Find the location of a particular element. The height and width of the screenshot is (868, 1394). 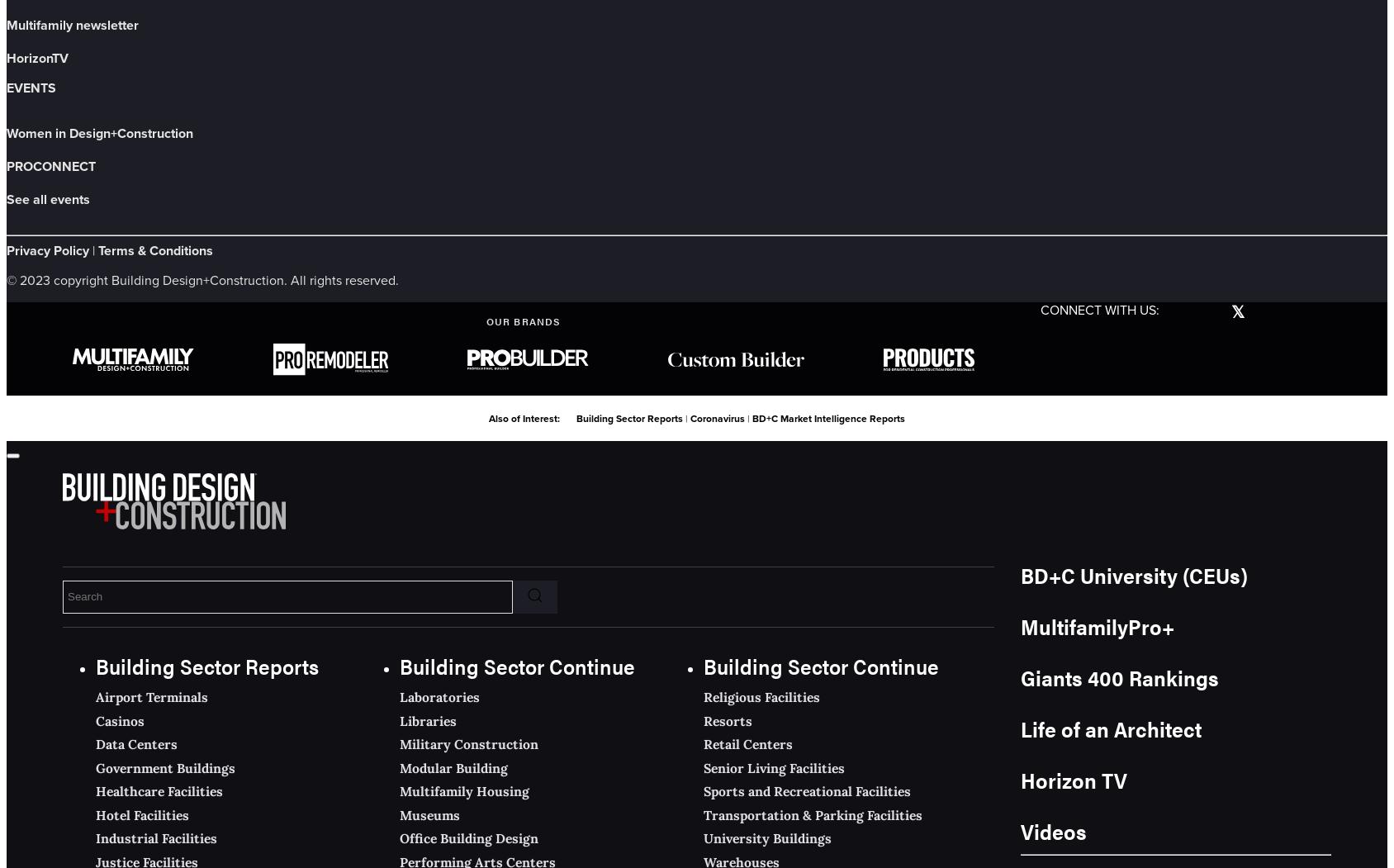

'Horizon TV' is located at coordinates (1073, 778).